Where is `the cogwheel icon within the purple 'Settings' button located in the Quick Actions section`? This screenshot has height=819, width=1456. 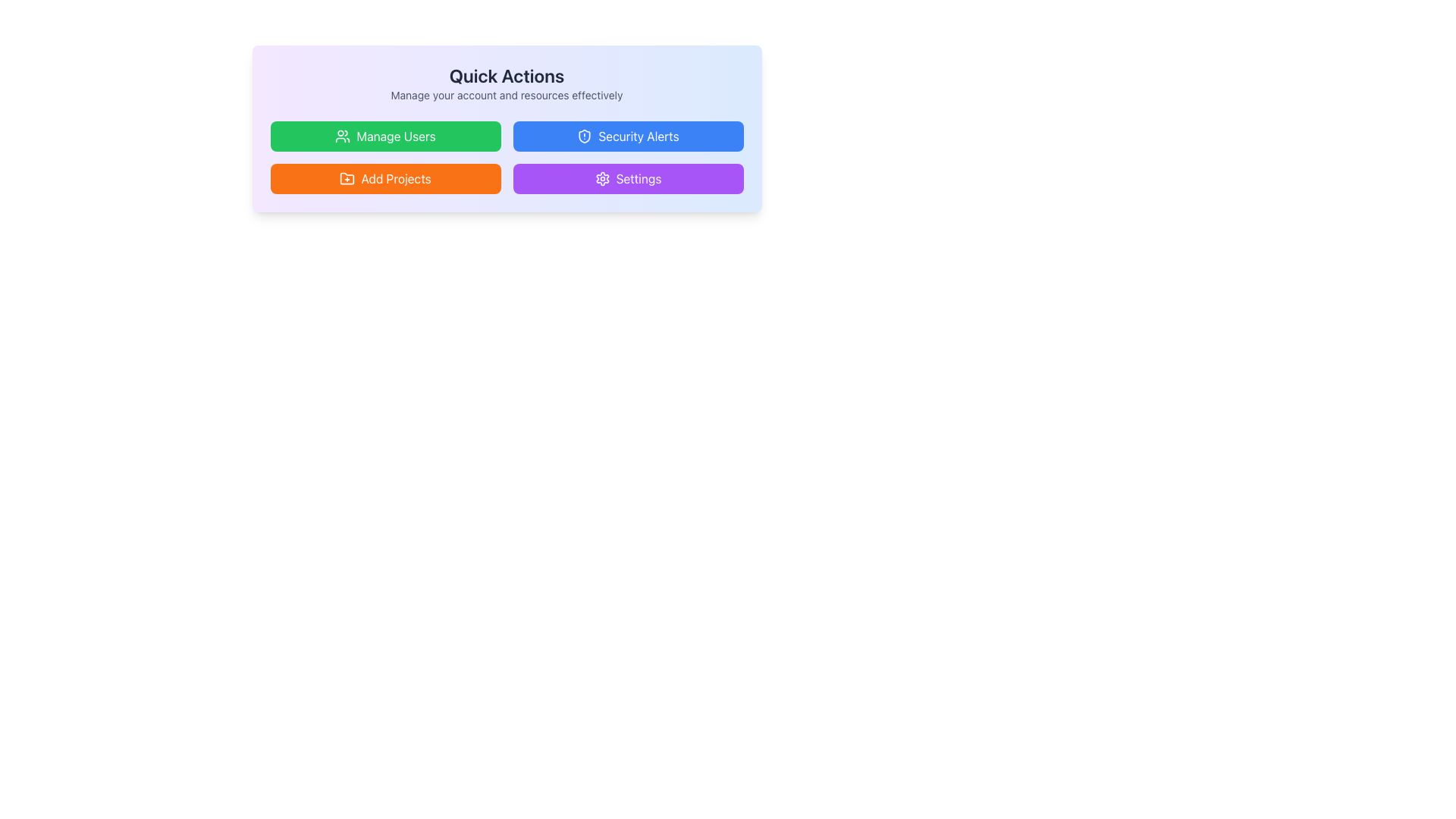
the cogwheel icon within the purple 'Settings' button located in the Quick Actions section is located at coordinates (601, 177).